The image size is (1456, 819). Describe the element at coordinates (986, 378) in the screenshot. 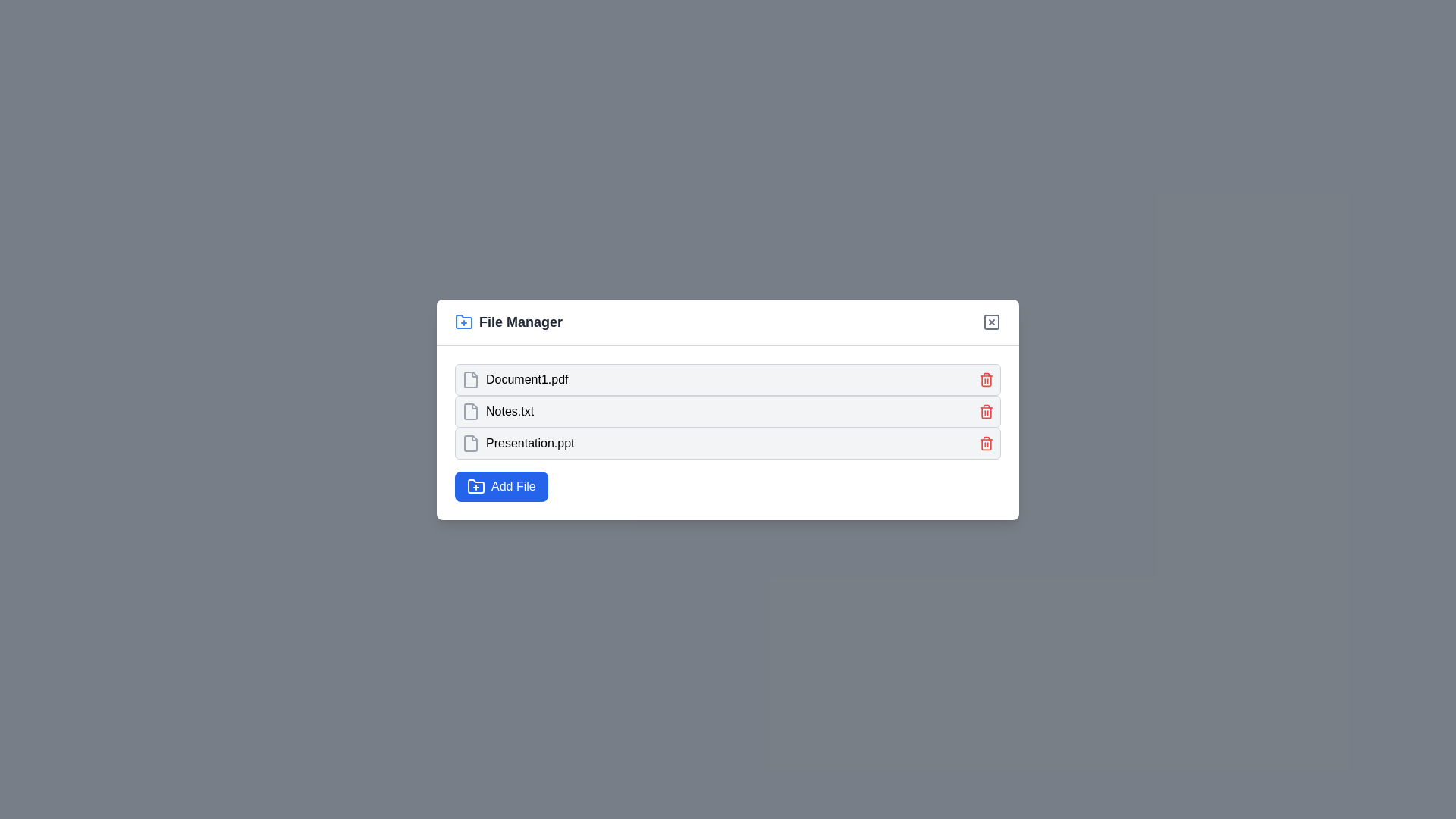

I see `the red trash bin icon button located at the far right of the row displaying 'Document1.pdf'` at that location.